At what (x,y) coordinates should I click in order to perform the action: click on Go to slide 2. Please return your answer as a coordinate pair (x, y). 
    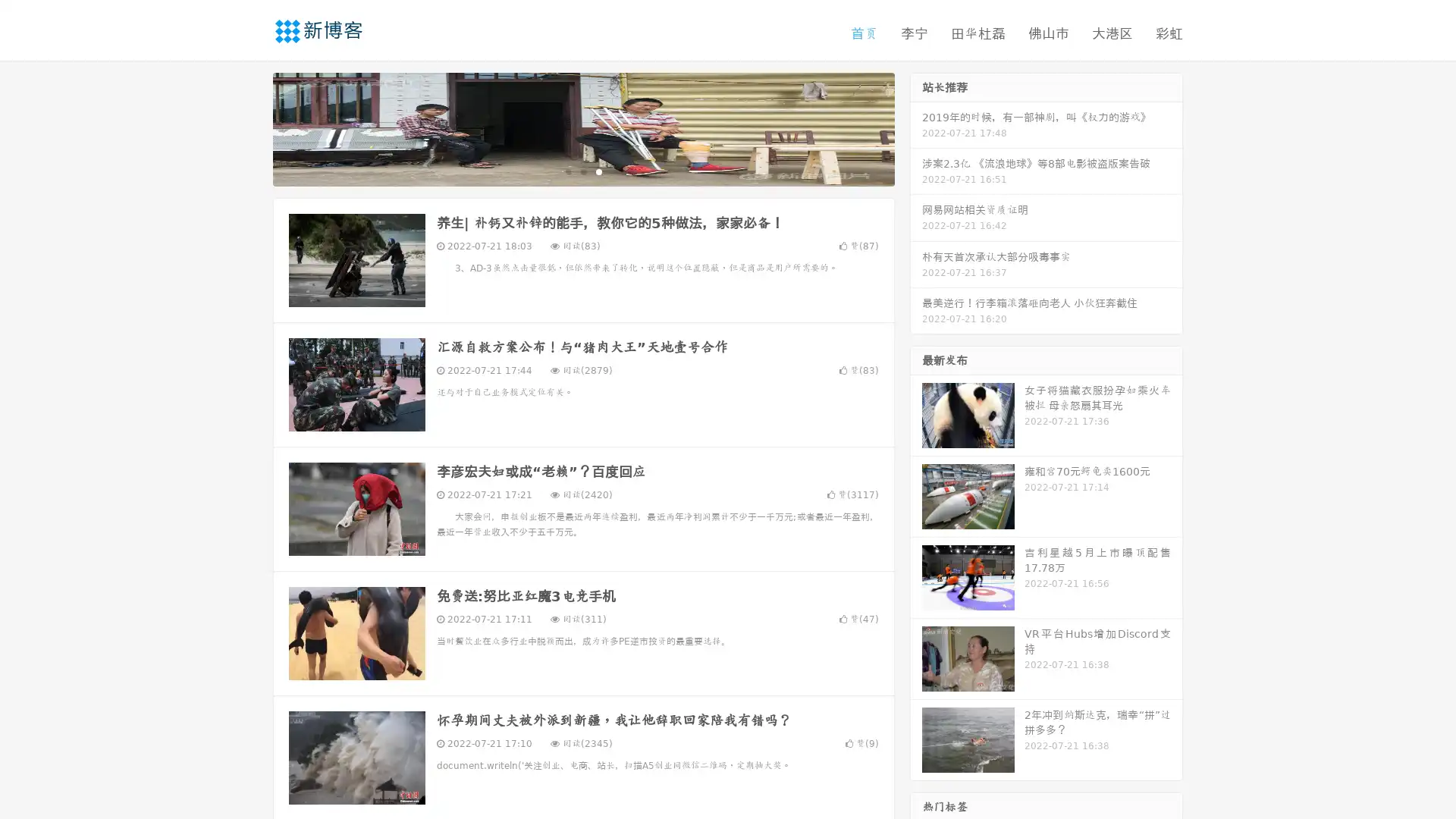
    Looking at the image, I should click on (582, 171).